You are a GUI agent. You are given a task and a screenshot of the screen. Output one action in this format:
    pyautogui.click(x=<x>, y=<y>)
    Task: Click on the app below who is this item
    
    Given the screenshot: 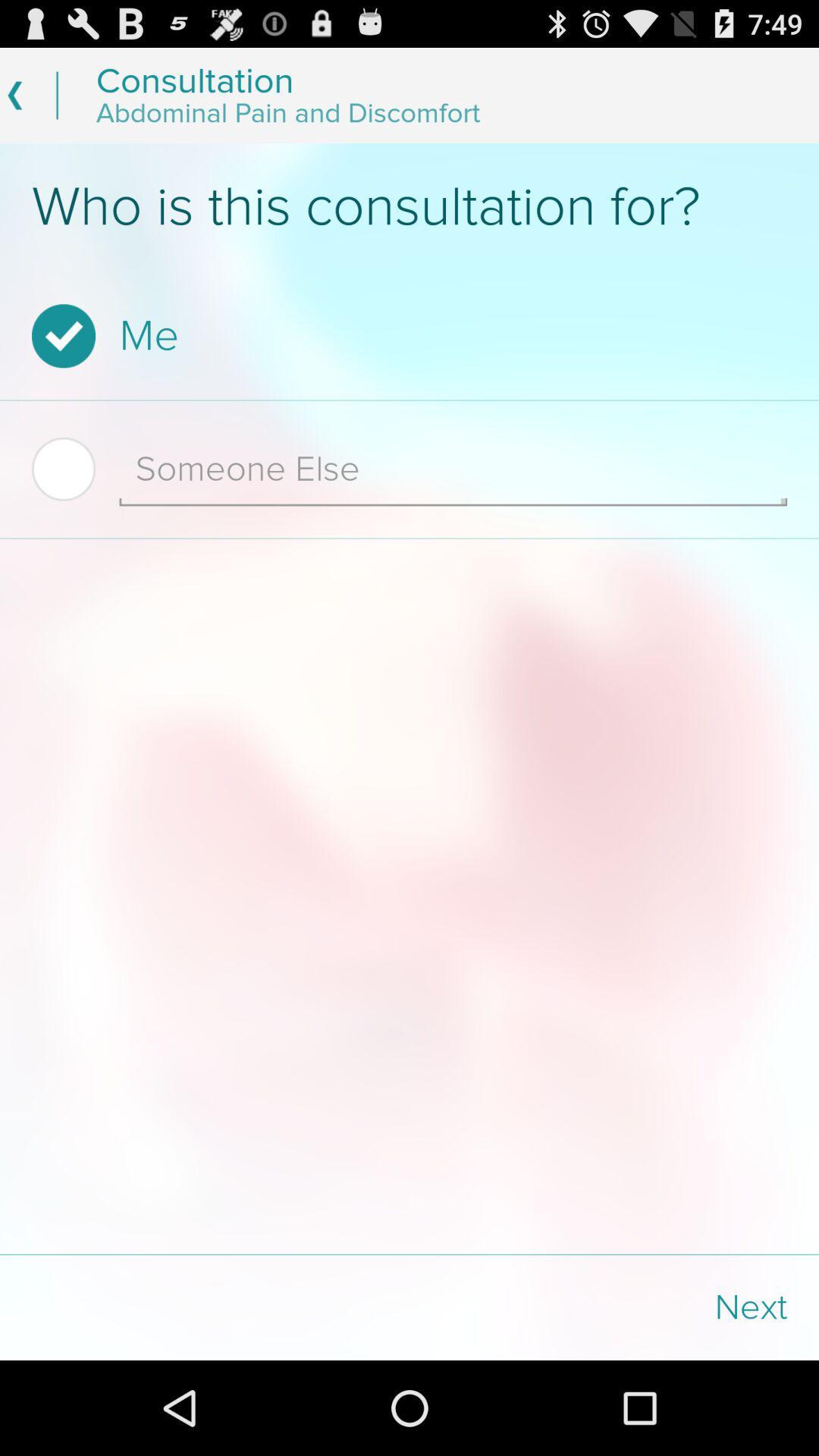 What is the action you would take?
    pyautogui.click(x=404, y=335)
    